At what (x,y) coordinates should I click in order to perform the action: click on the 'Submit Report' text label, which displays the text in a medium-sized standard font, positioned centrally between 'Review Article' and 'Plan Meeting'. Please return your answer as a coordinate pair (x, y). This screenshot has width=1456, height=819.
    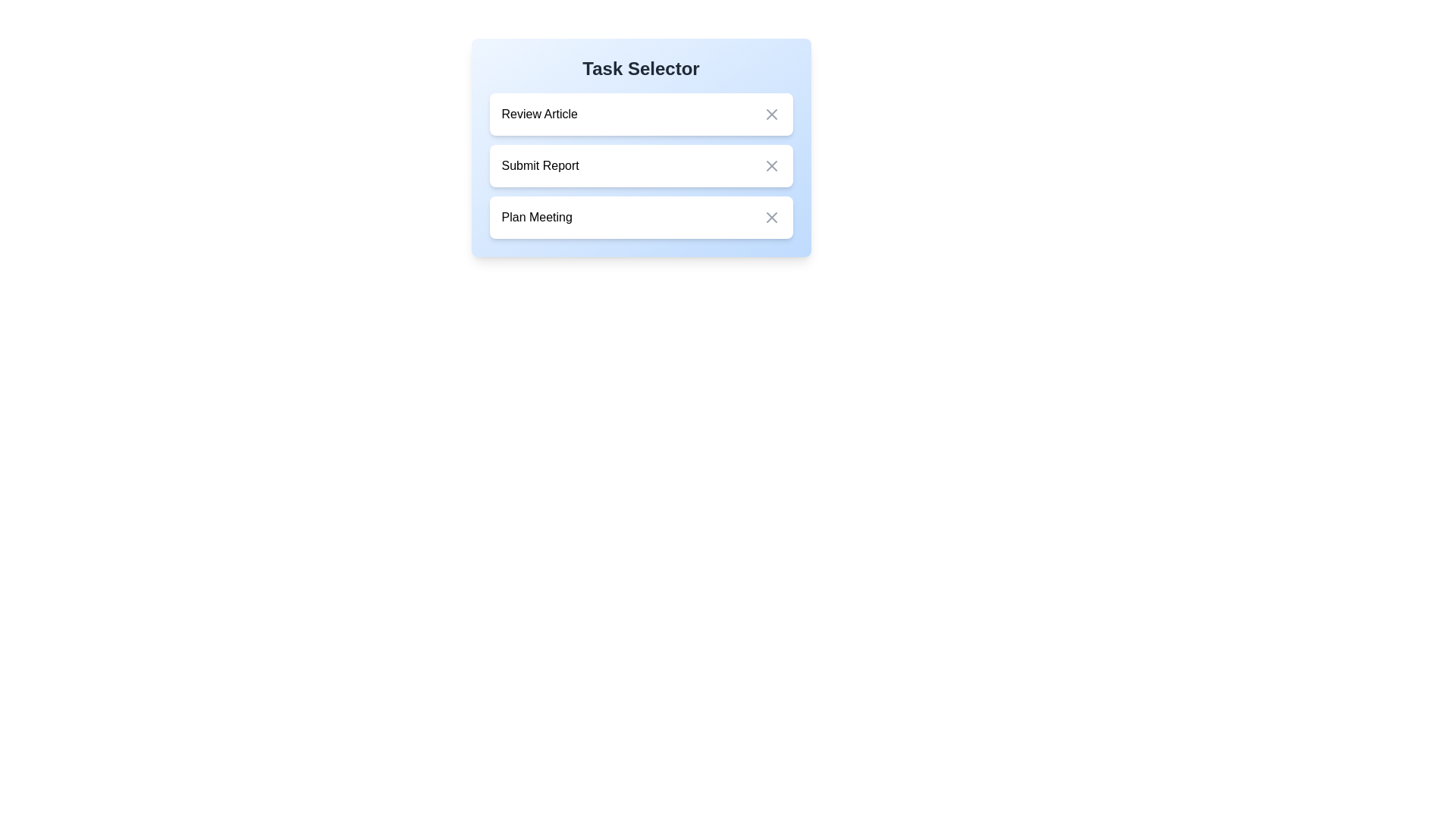
    Looking at the image, I should click on (540, 166).